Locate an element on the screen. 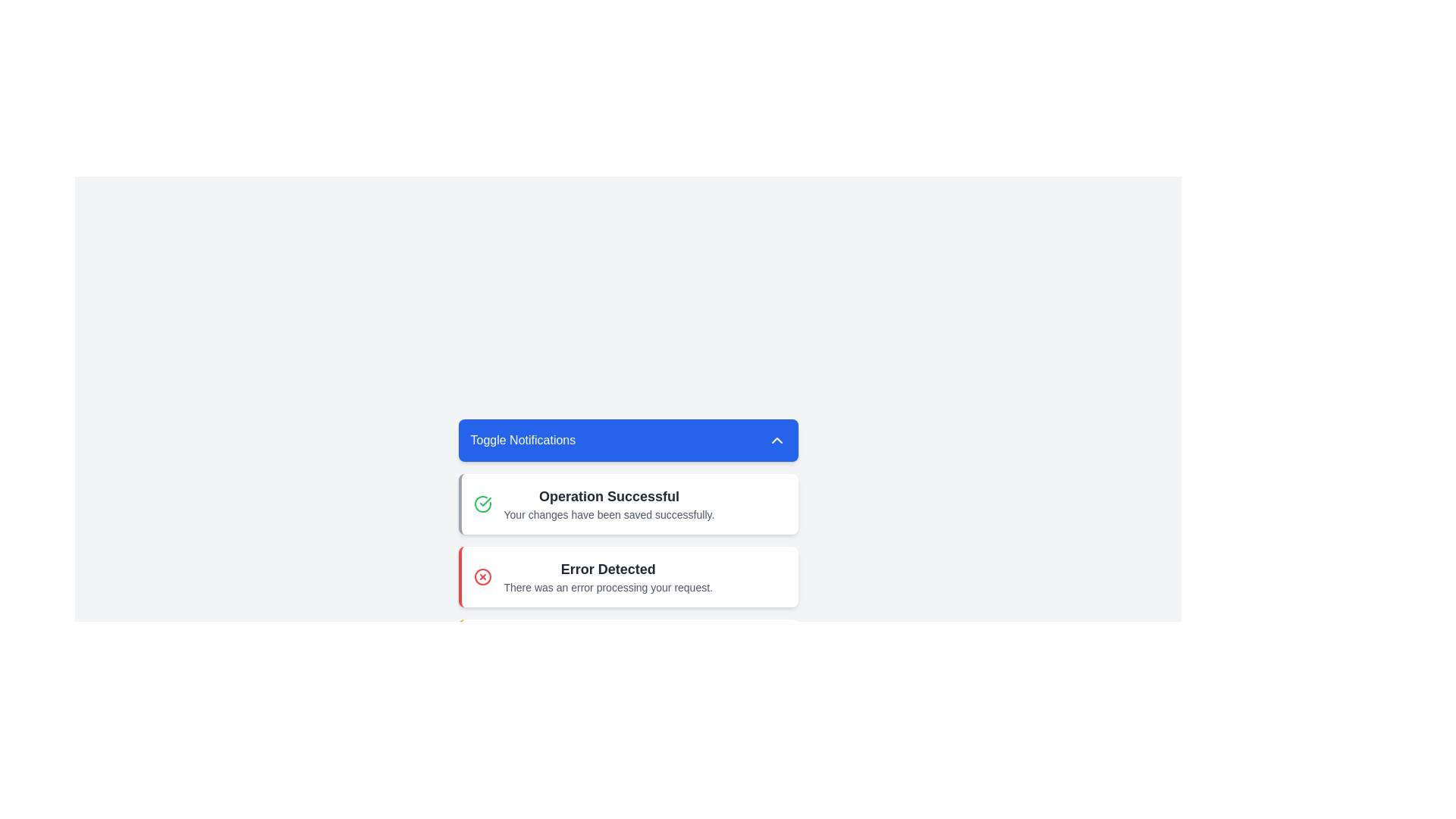  the circular icon with a green check mark, indicating successful action, located at the top-left corner of the notification card next to the text 'Operation Successful' is located at coordinates (482, 504).